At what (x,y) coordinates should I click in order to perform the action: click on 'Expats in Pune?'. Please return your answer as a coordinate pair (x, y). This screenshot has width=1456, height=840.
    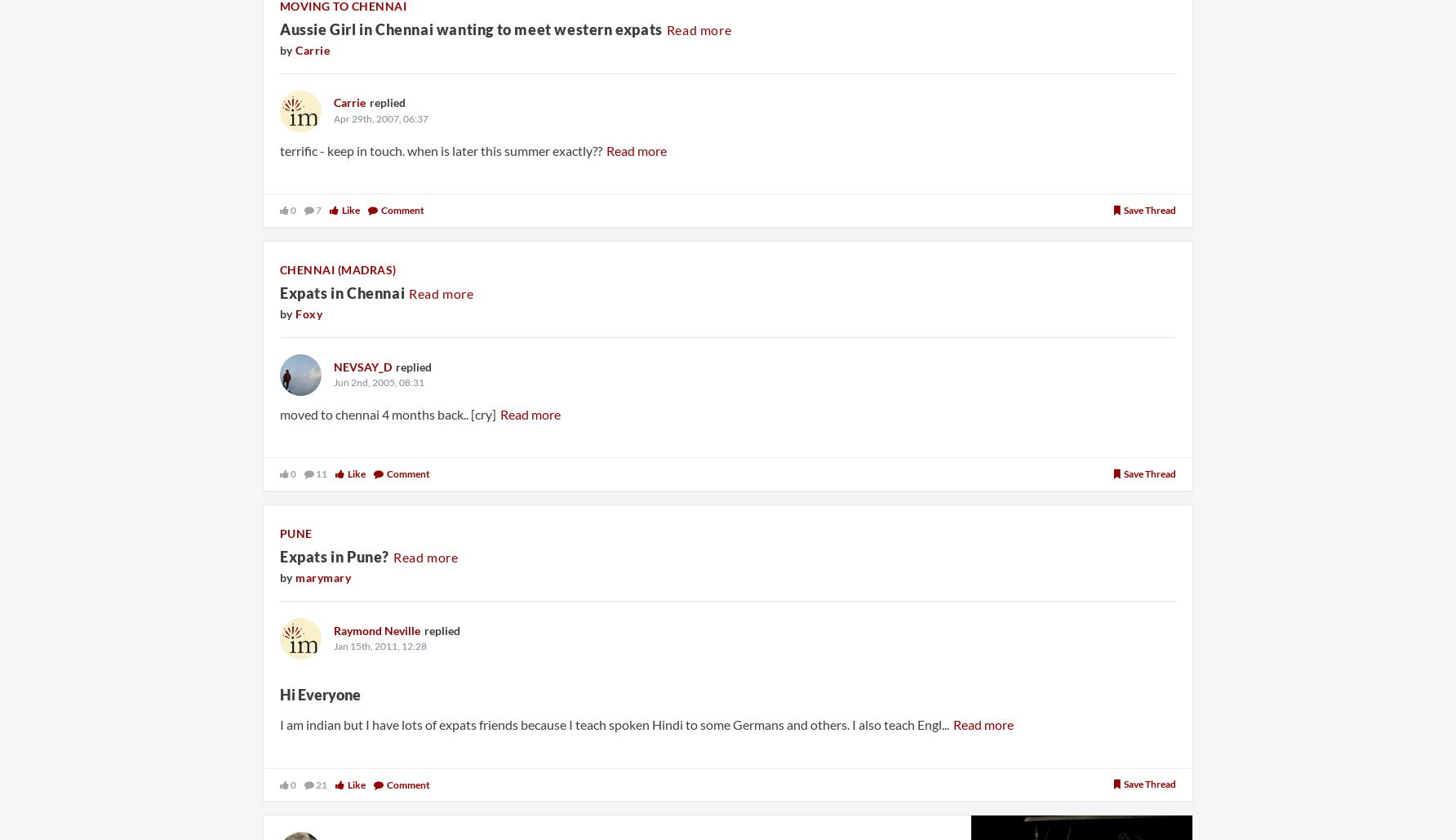
    Looking at the image, I should click on (333, 554).